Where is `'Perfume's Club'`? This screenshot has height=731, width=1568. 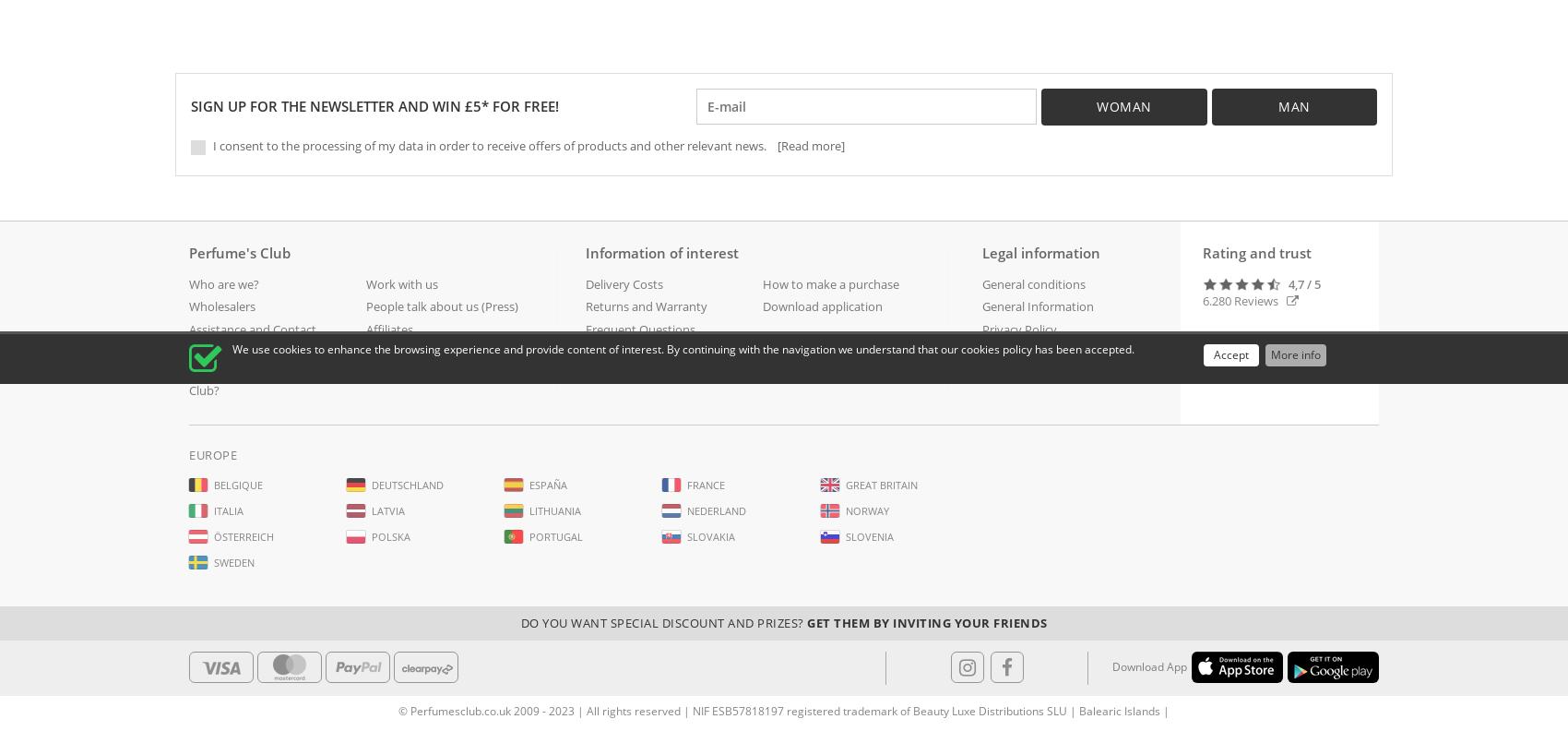
'Perfume's Club' is located at coordinates (239, 252).